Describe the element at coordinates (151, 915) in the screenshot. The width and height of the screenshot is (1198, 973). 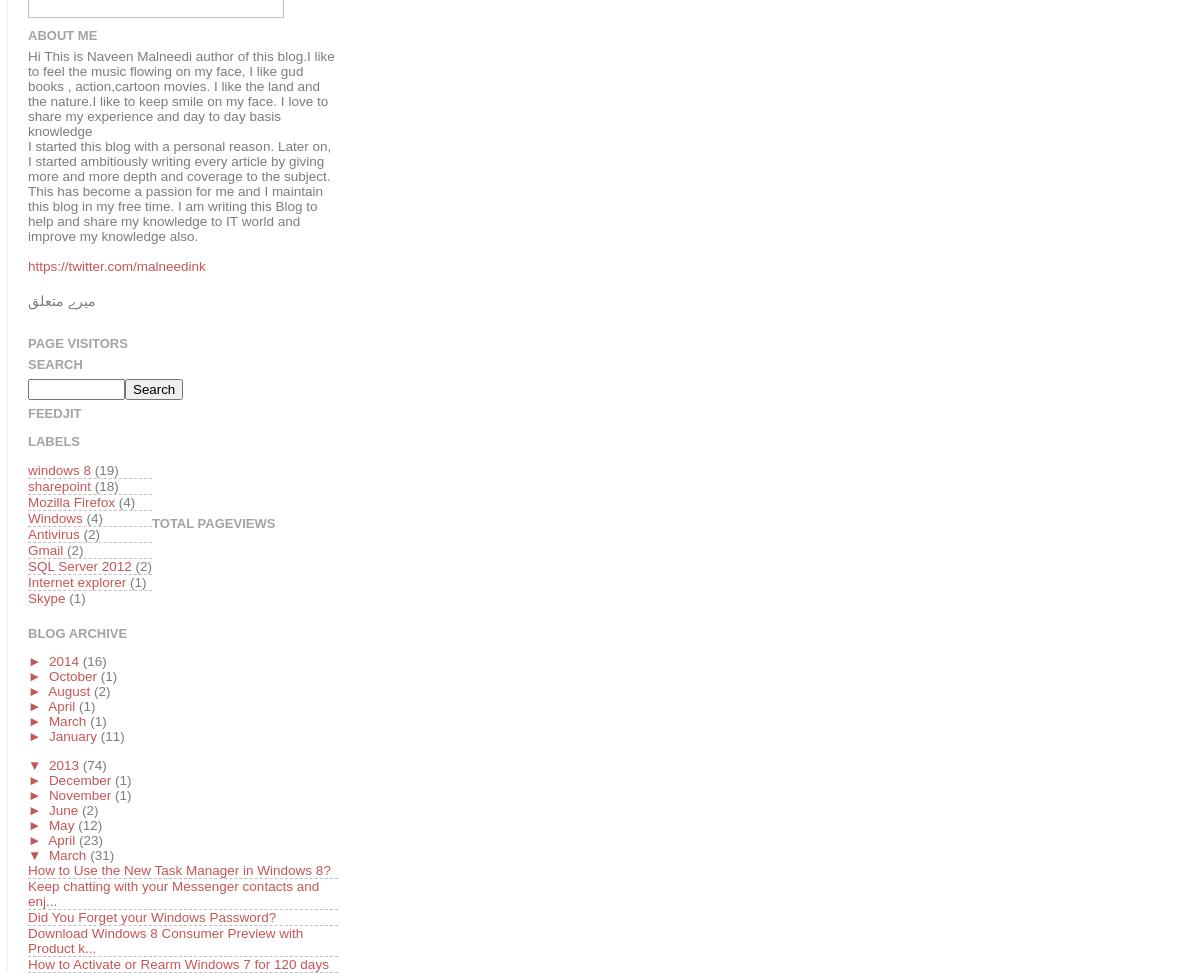
I see `'Did You Forget your Windows Password?'` at that location.